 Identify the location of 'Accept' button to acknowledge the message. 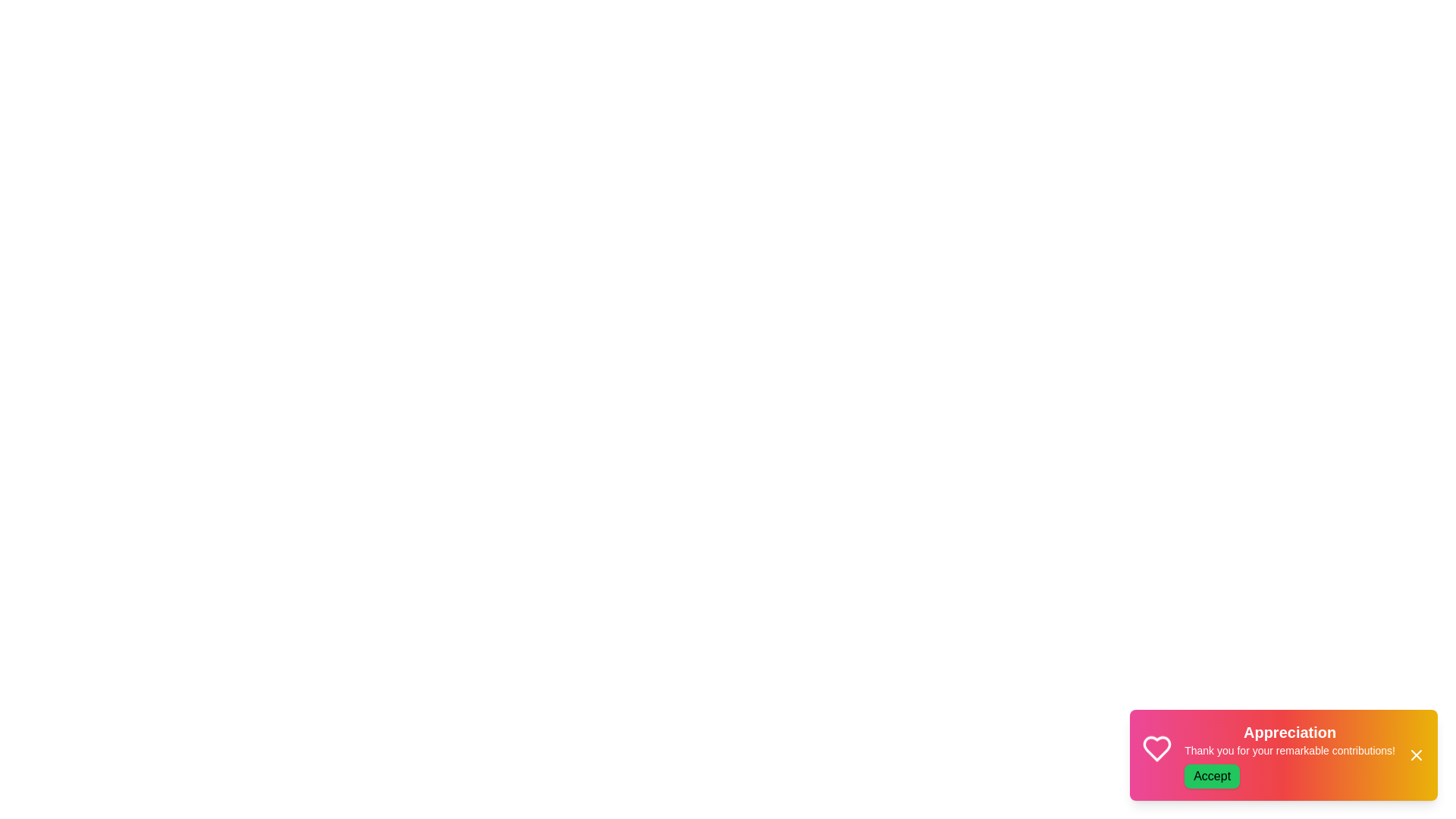
(1211, 776).